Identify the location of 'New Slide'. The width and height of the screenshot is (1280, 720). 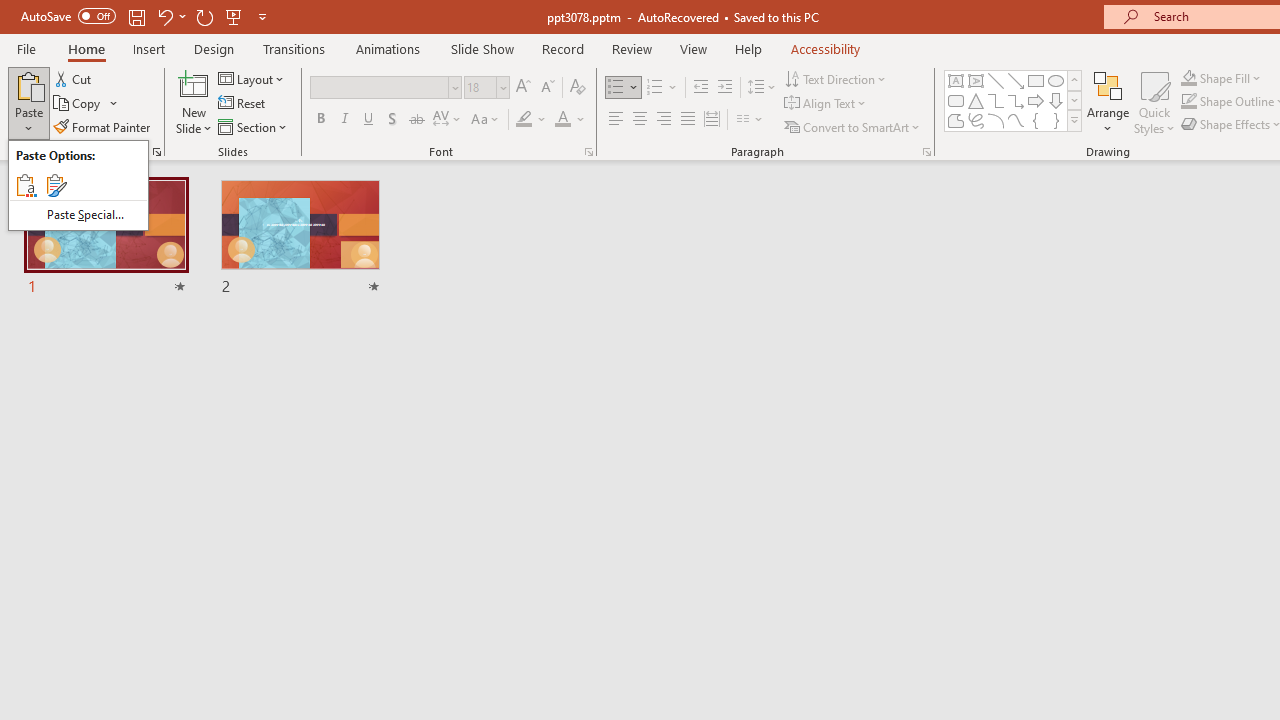
(193, 84).